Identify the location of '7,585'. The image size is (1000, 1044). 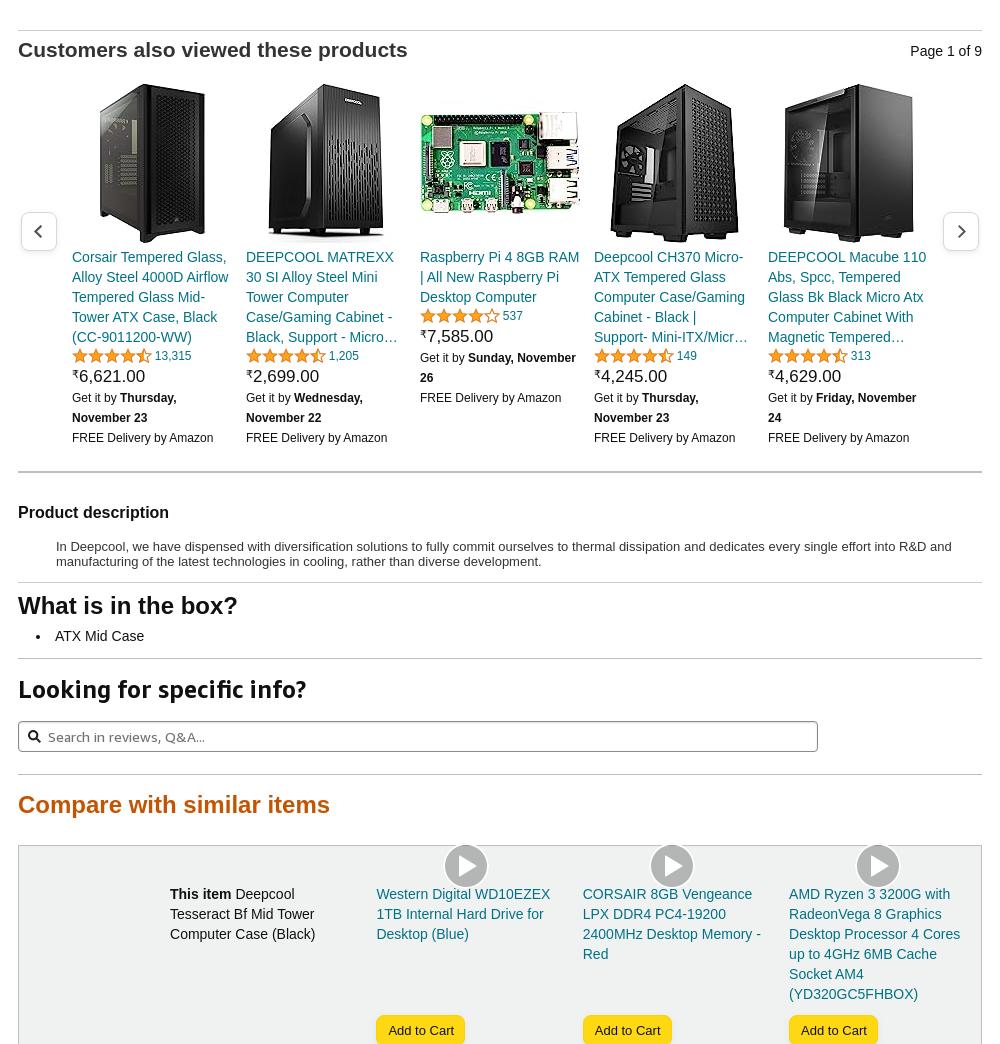
(447, 335).